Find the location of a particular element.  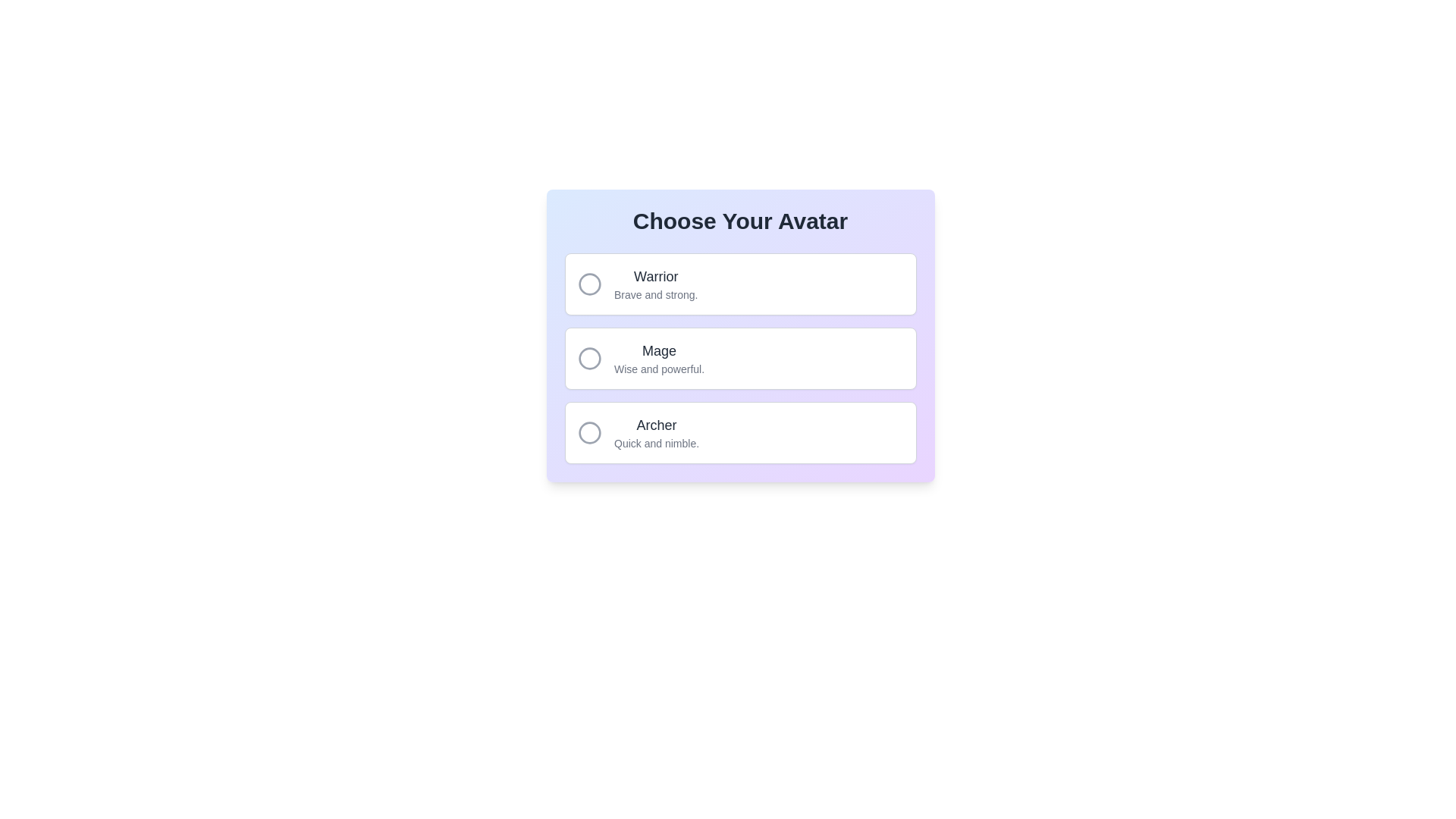

the text label displaying 'Warrior', which is styled in bold font and positioned above the description 'Brave and strong.' in the avatar selection list is located at coordinates (655, 277).